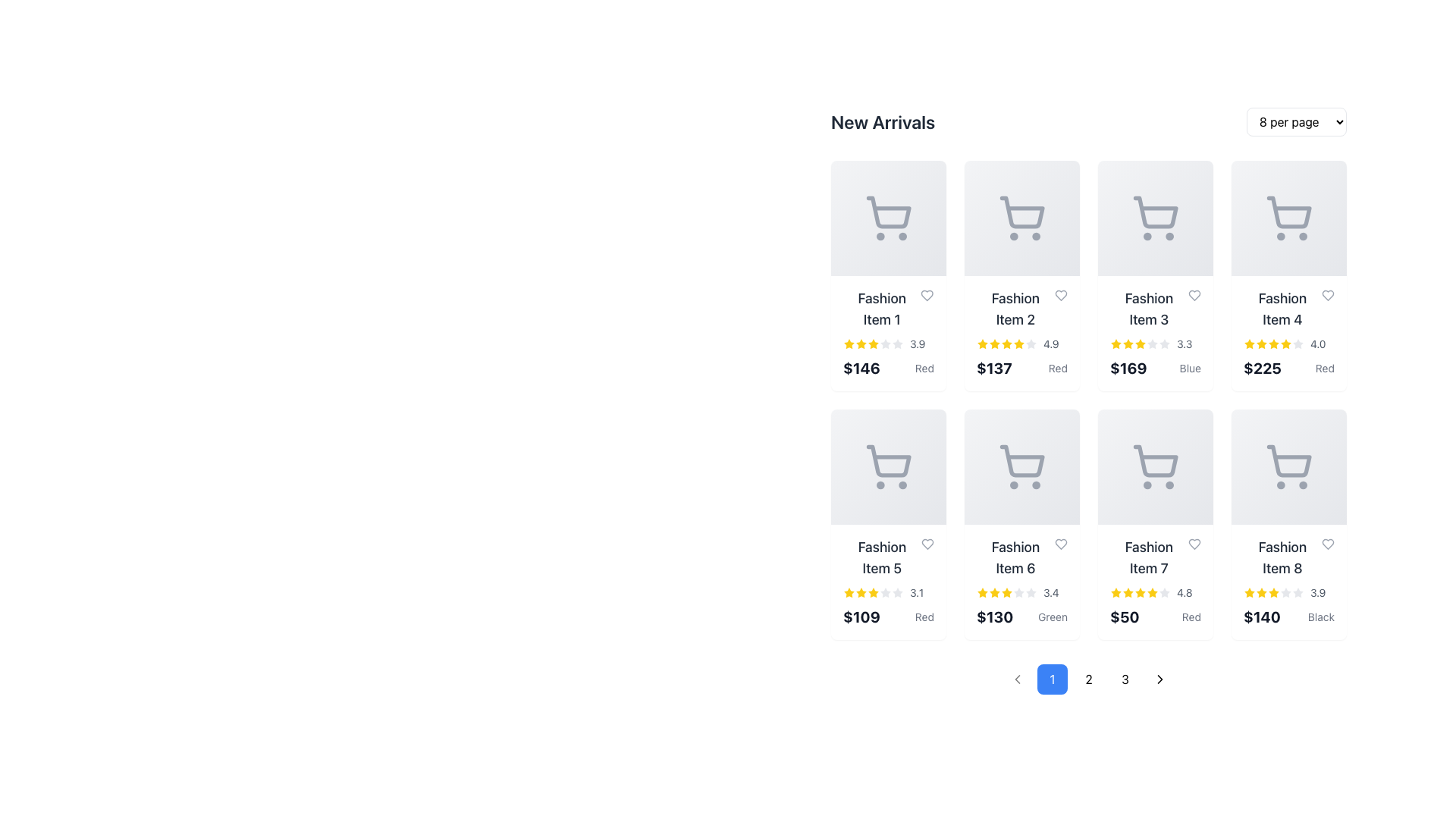 Image resolution: width=1456 pixels, height=819 pixels. Describe the element at coordinates (1087, 678) in the screenshot. I see `the circular button with the number '2' inside it, which is part of the pagination interface at the bottom of the grid layout` at that location.